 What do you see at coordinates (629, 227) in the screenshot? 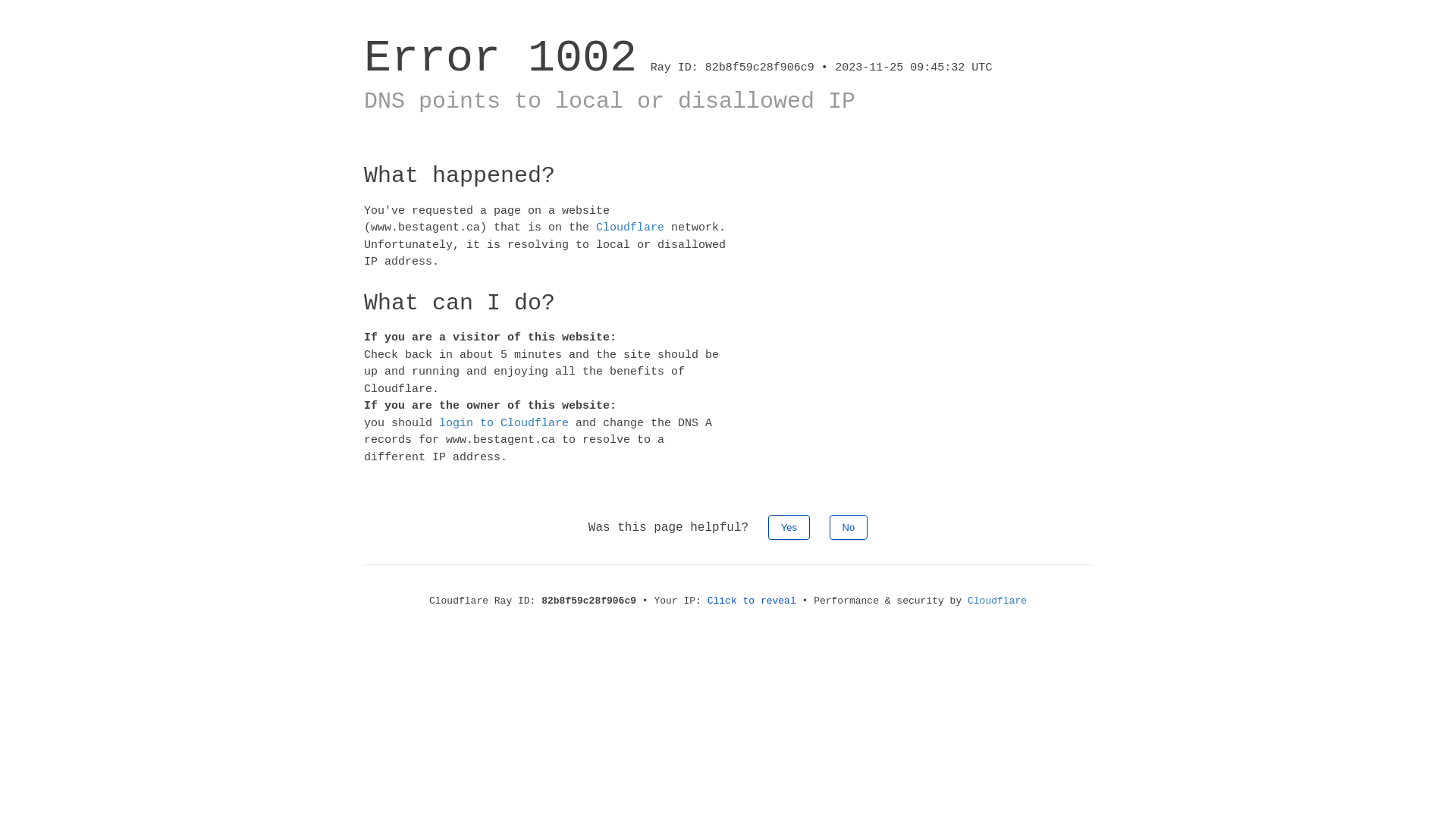
I see `'Cloudflare'` at bounding box center [629, 227].